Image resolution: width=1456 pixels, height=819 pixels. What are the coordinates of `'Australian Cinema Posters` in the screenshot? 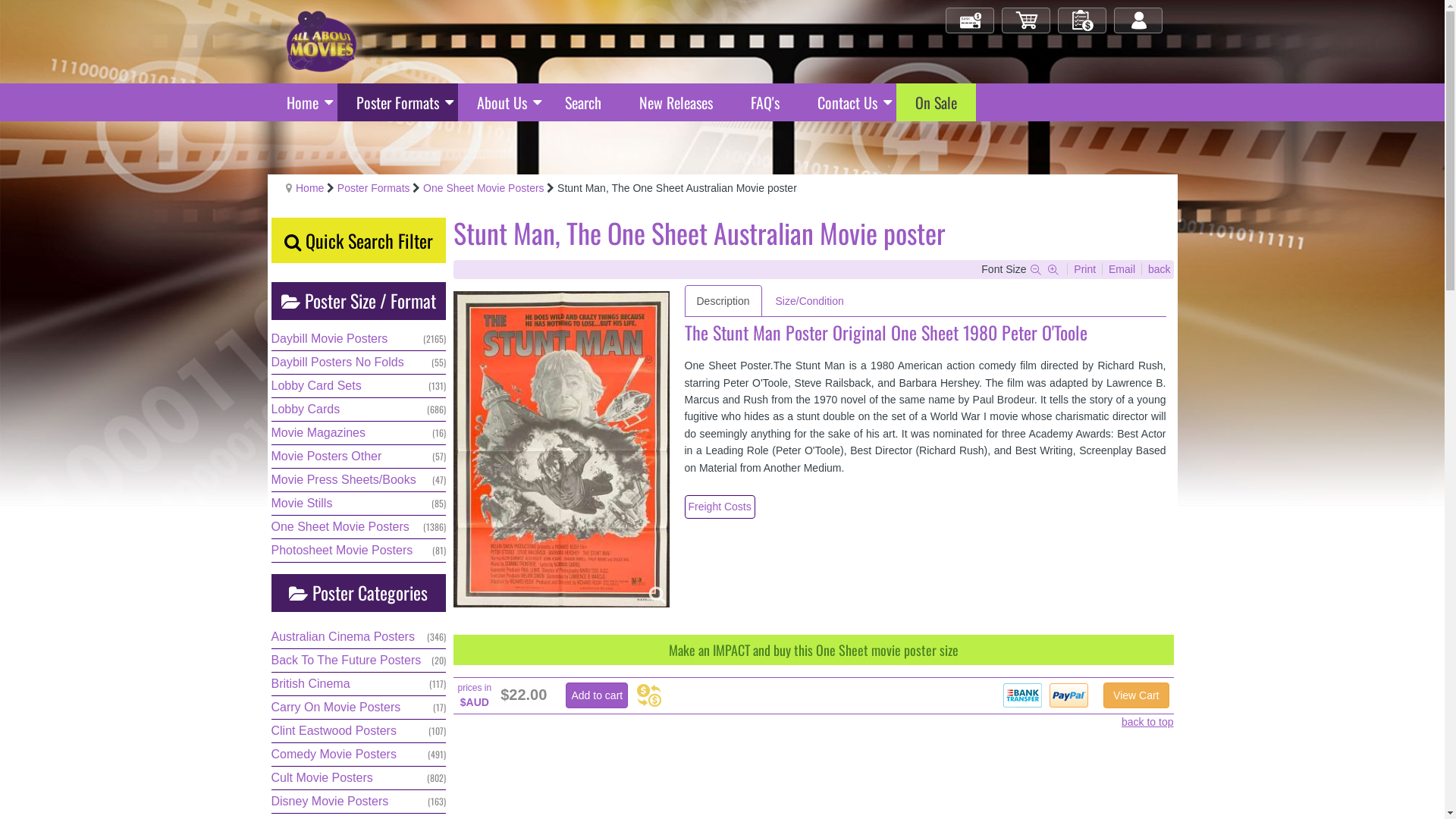 It's located at (358, 637).